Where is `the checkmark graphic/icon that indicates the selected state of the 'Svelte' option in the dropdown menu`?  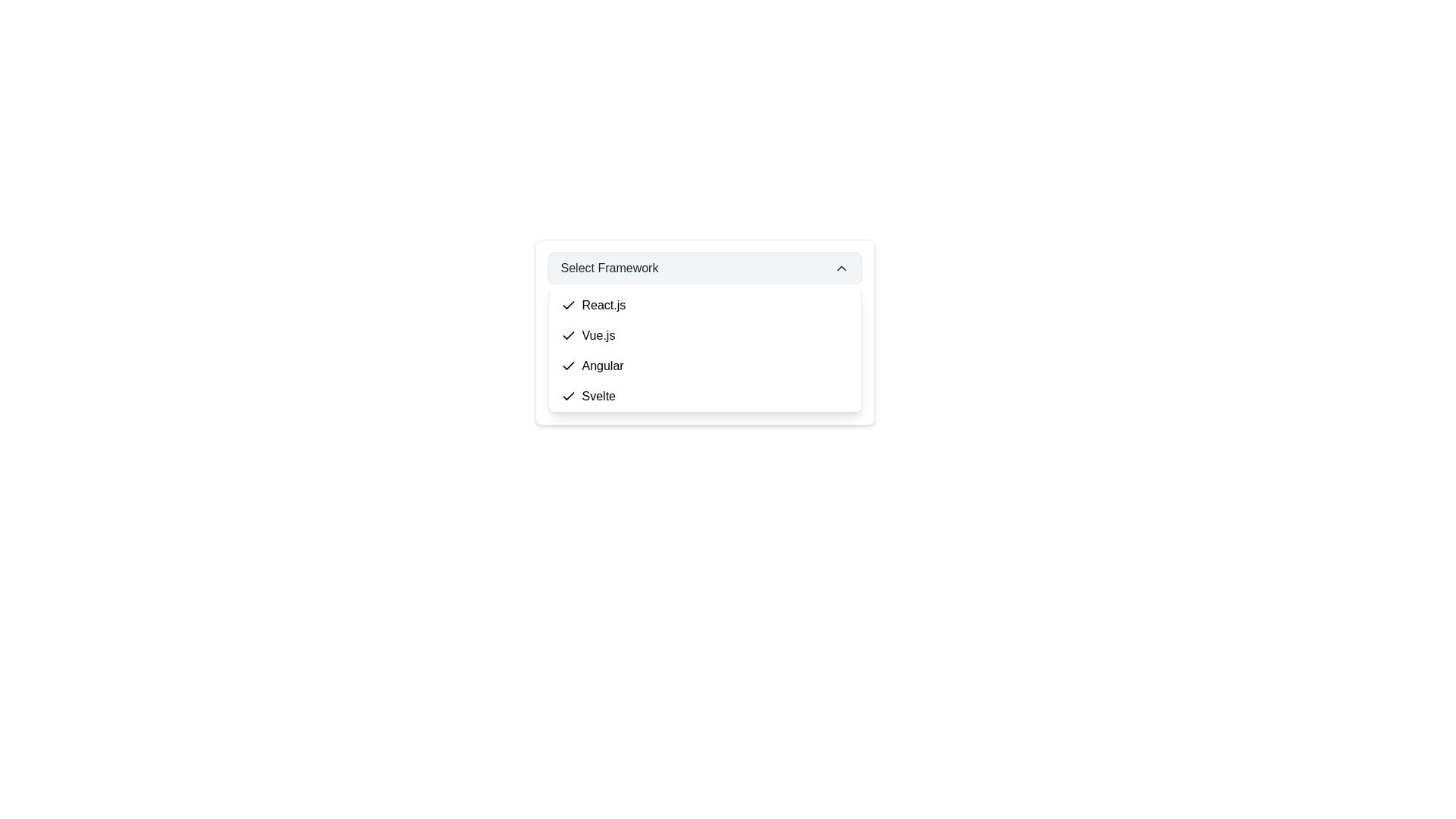 the checkmark graphic/icon that indicates the selected state of the 'Svelte' option in the dropdown menu is located at coordinates (567, 396).